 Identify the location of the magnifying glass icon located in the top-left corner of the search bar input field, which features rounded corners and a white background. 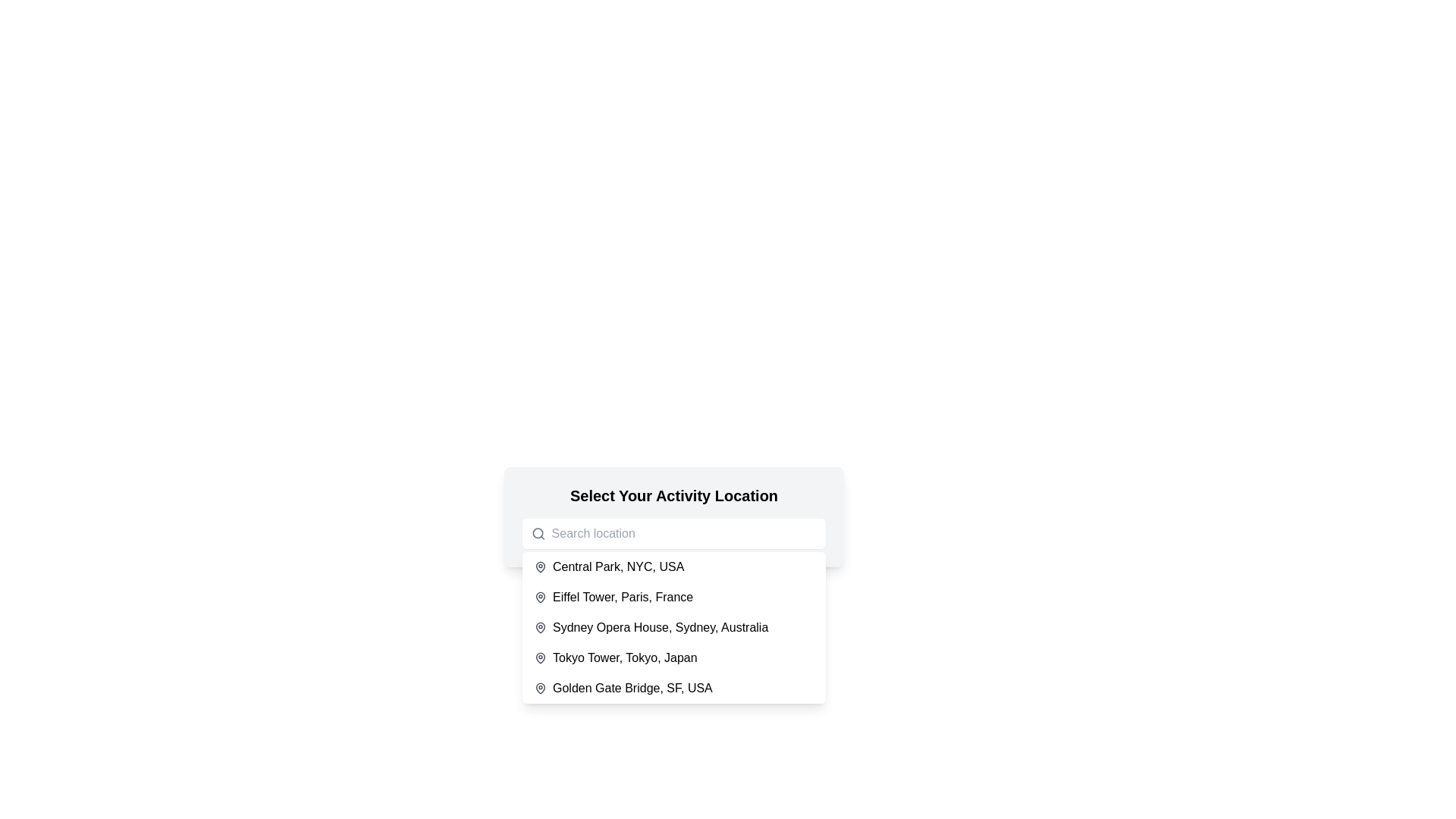
(538, 533).